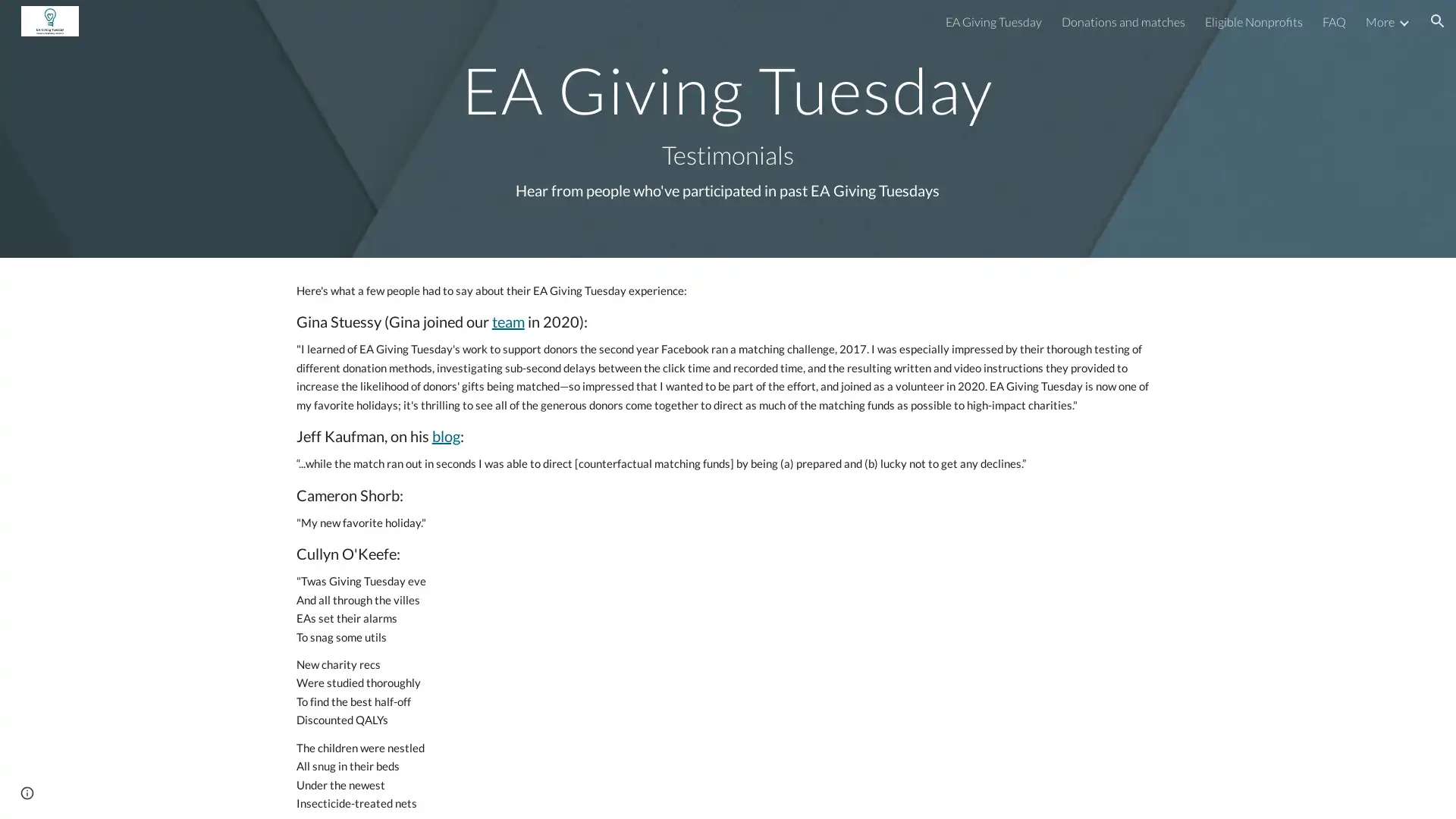 The height and width of the screenshot is (819, 1456). I want to click on Skip to navigation, so click(864, 28).